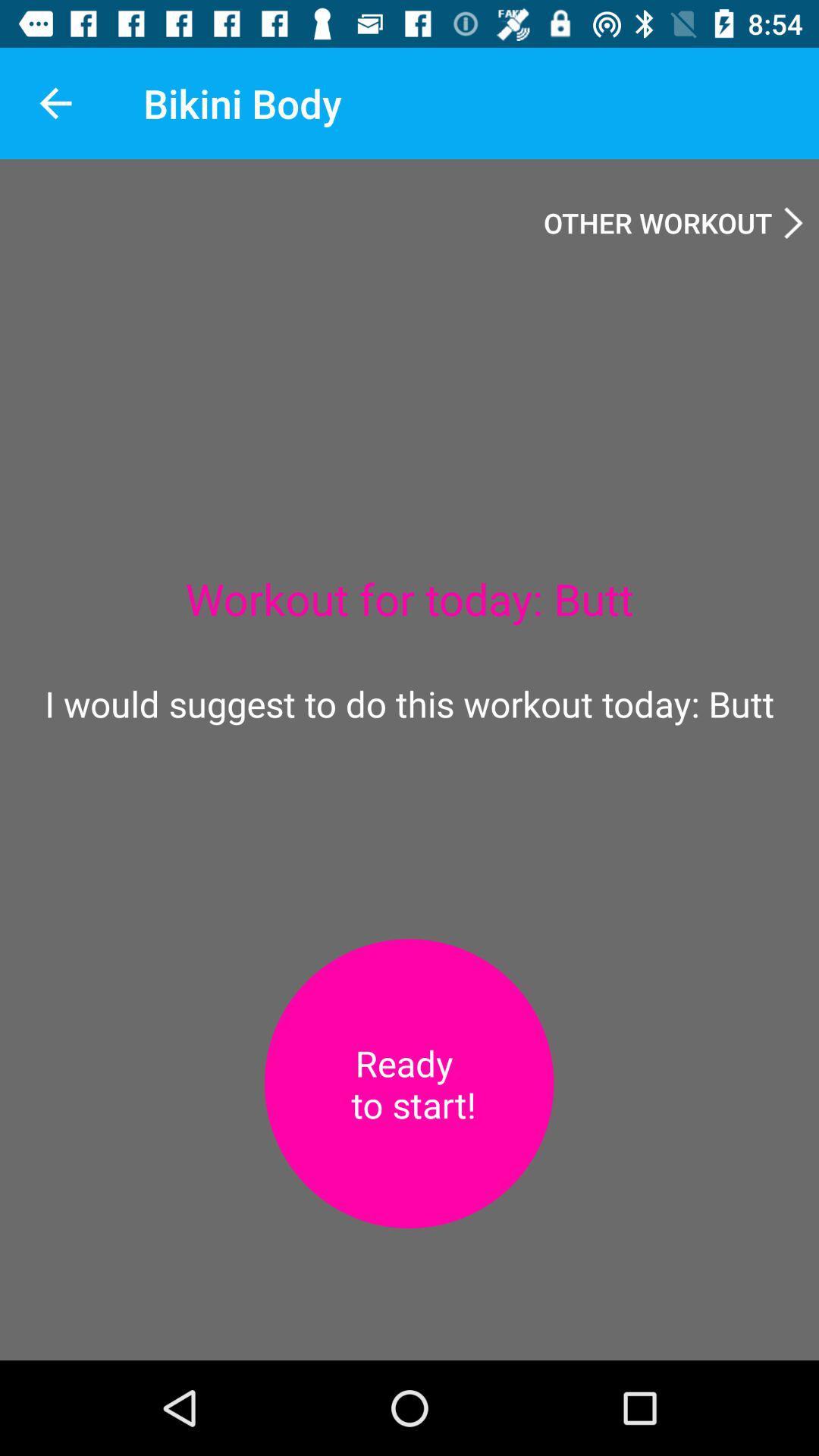  What do you see at coordinates (55, 102) in the screenshot?
I see `the app to the left of the bikini body` at bounding box center [55, 102].